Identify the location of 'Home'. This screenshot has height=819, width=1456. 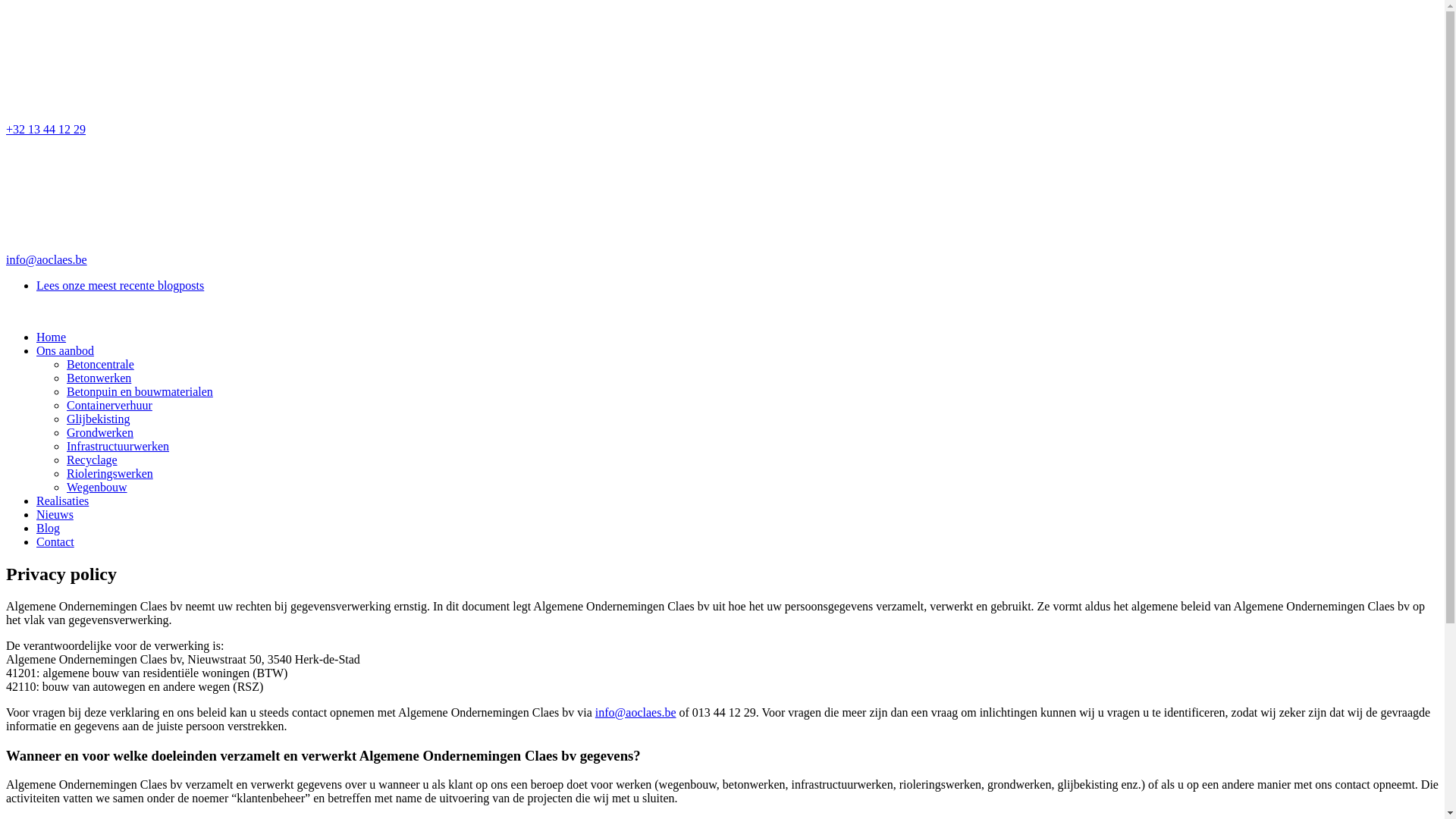
(51, 336).